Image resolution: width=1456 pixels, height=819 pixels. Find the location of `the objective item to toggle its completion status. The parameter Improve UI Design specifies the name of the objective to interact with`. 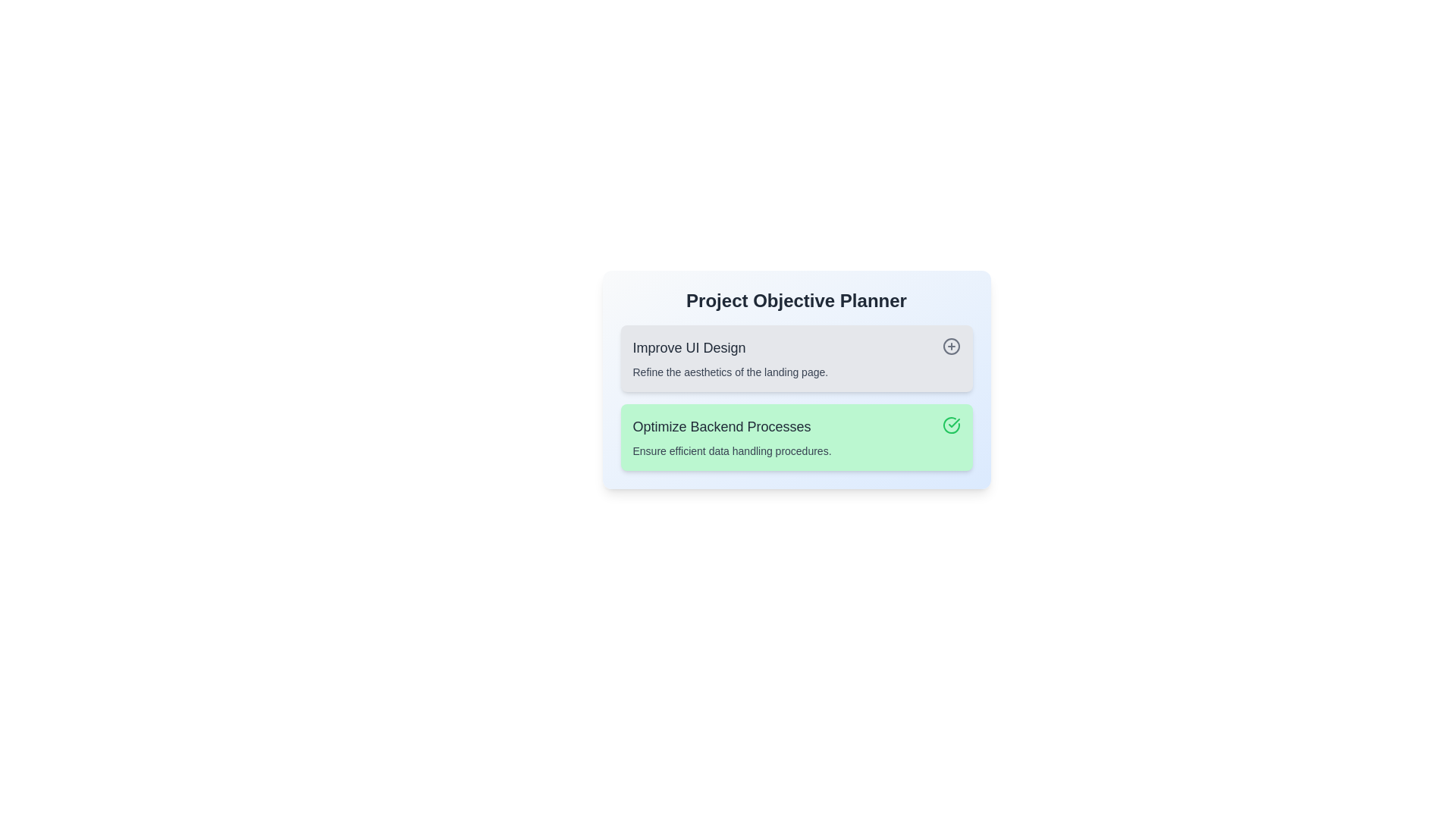

the objective item to toggle its completion status. The parameter Improve UI Design specifies the name of the objective to interact with is located at coordinates (795, 359).